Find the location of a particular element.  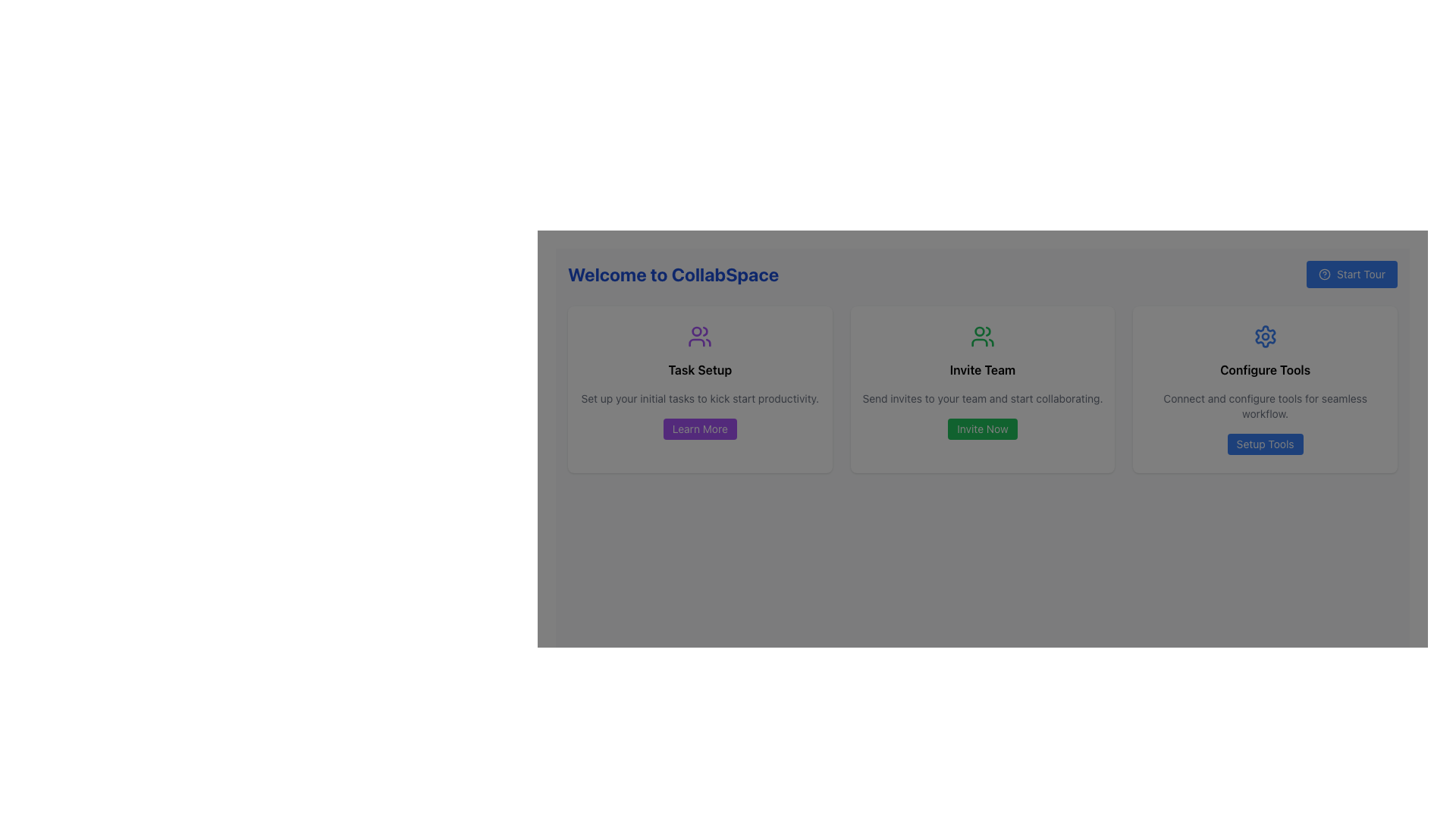

the text label that serves as a header for configuring tools, located in the rightmost card of the interface, centered below a gear icon and above a descriptive text and a blue button labeled 'Setup Tools' is located at coordinates (1265, 370).